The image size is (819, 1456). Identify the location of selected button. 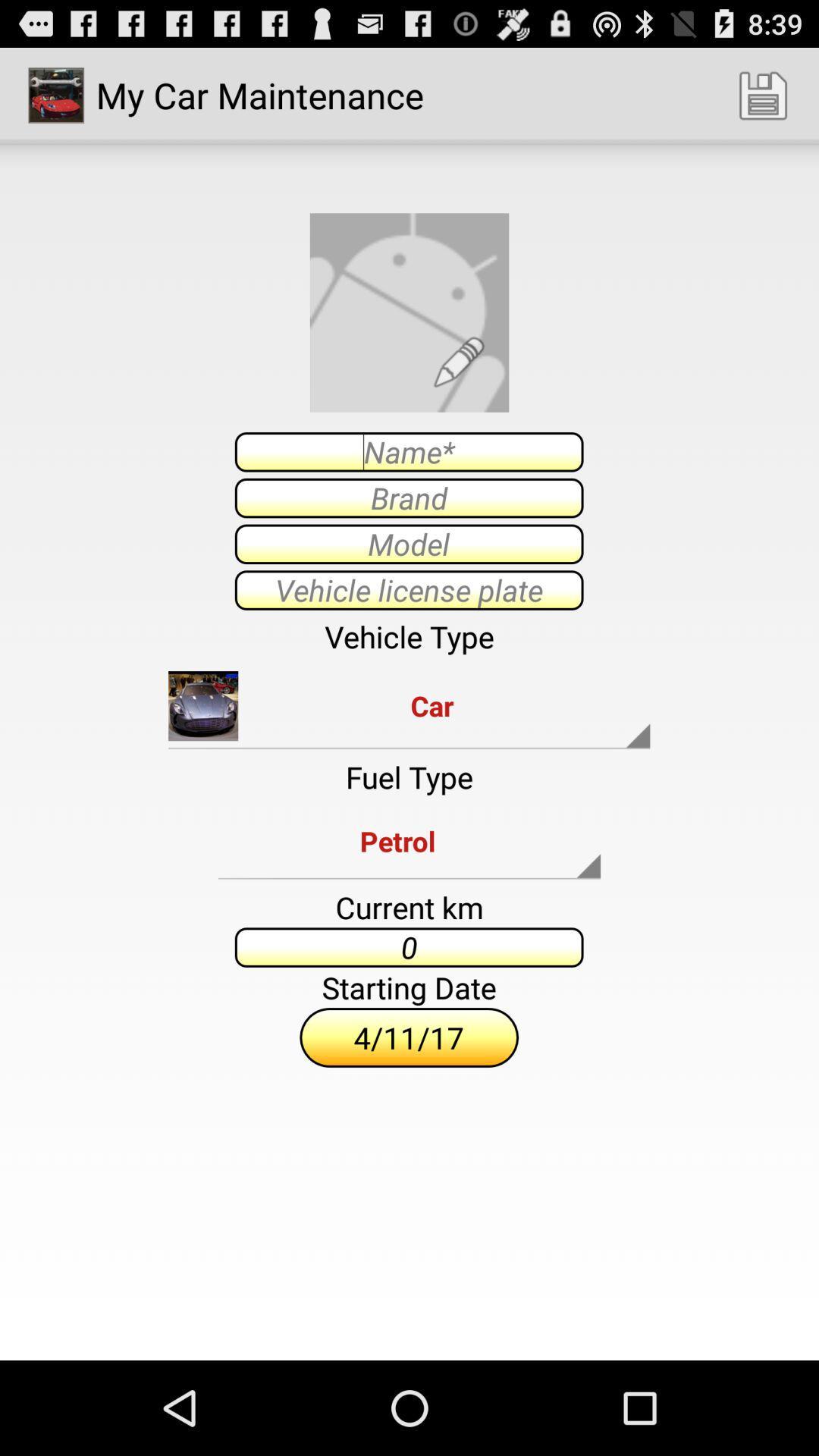
(408, 544).